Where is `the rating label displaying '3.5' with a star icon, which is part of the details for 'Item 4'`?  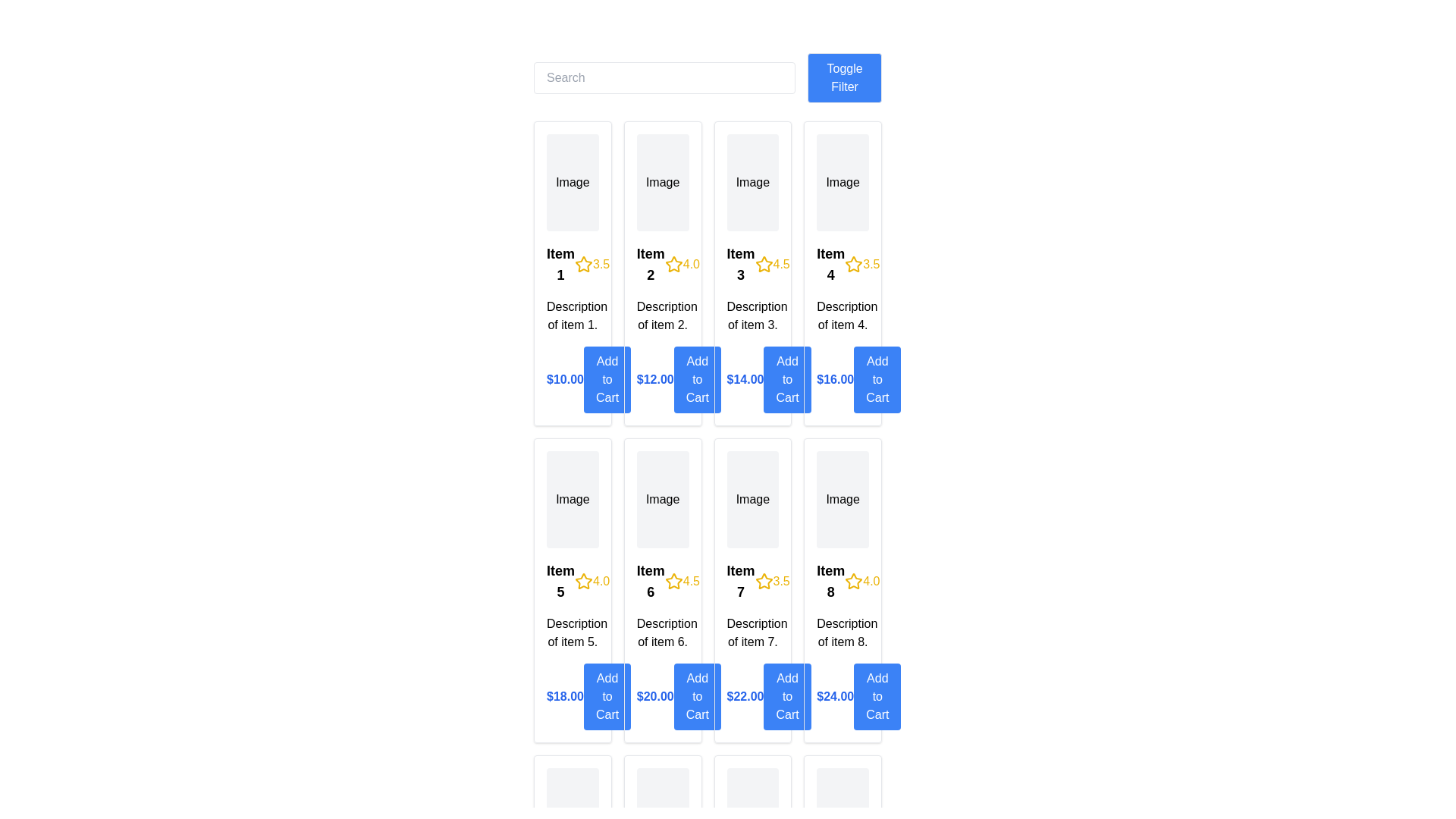
the rating label displaying '3.5' with a star icon, which is part of the details for 'Item 4' is located at coordinates (862, 263).